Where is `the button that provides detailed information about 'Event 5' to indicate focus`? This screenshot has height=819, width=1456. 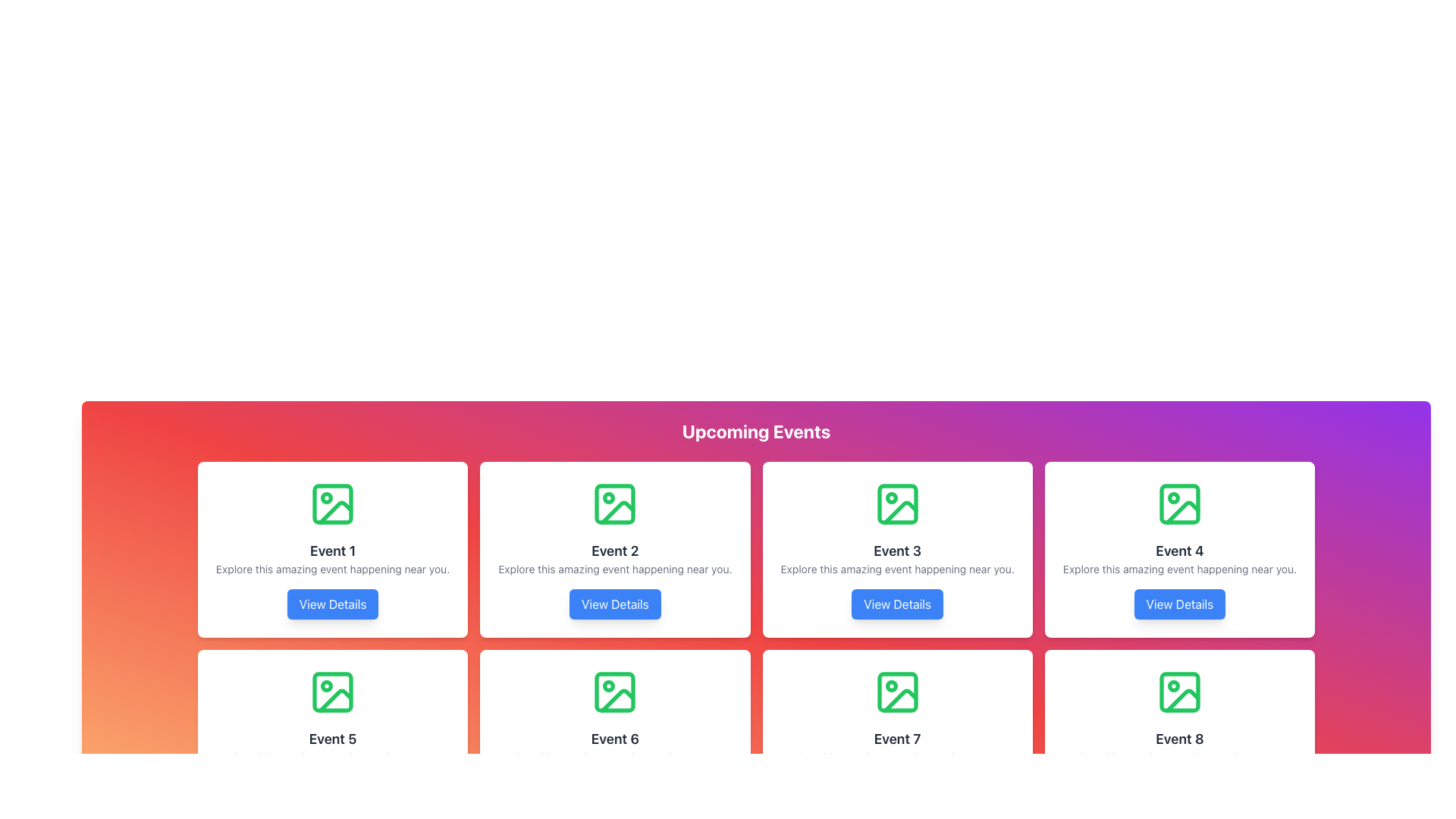
the button that provides detailed information about 'Event 5' to indicate focus is located at coordinates (332, 792).